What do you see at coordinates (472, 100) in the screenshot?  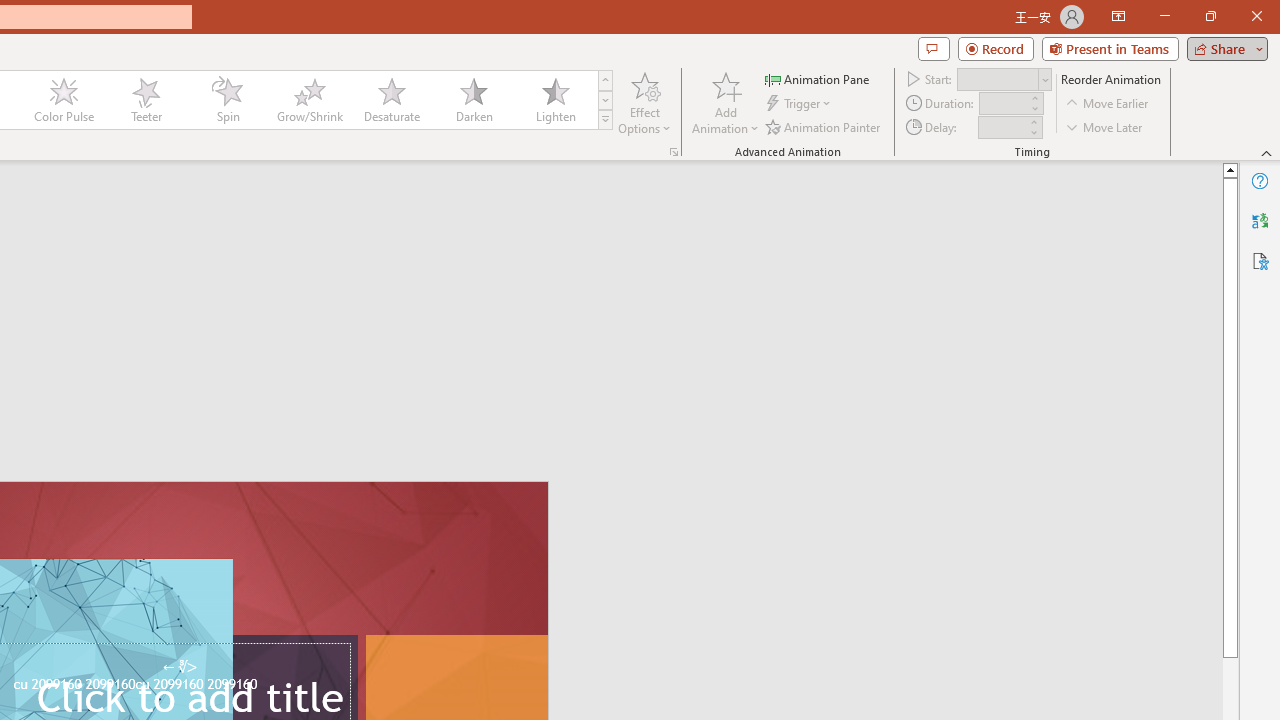 I see `'Darken'` at bounding box center [472, 100].